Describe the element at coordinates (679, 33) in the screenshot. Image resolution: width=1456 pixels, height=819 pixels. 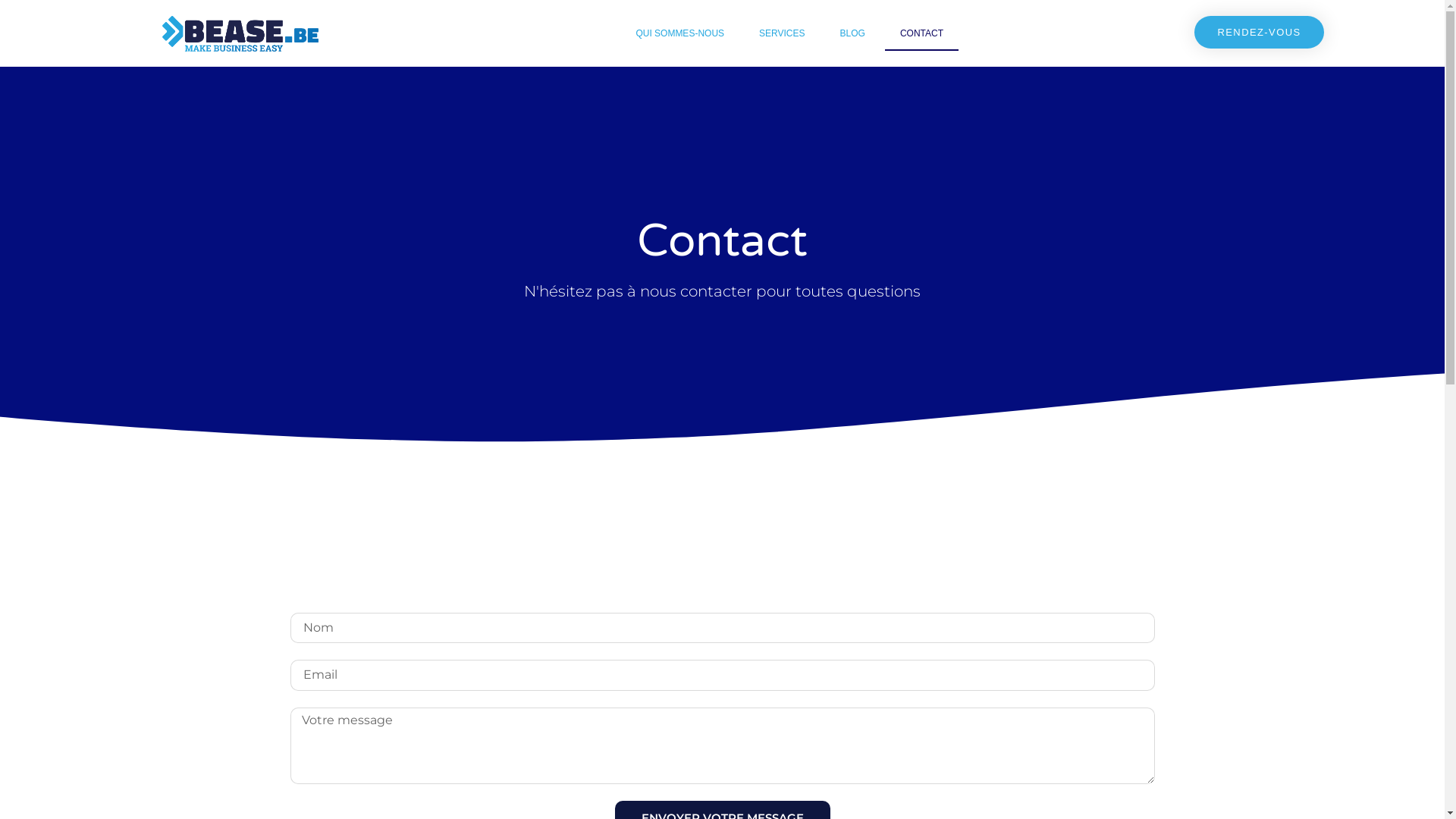
I see `'QUI SOMMES-NOUS'` at that location.